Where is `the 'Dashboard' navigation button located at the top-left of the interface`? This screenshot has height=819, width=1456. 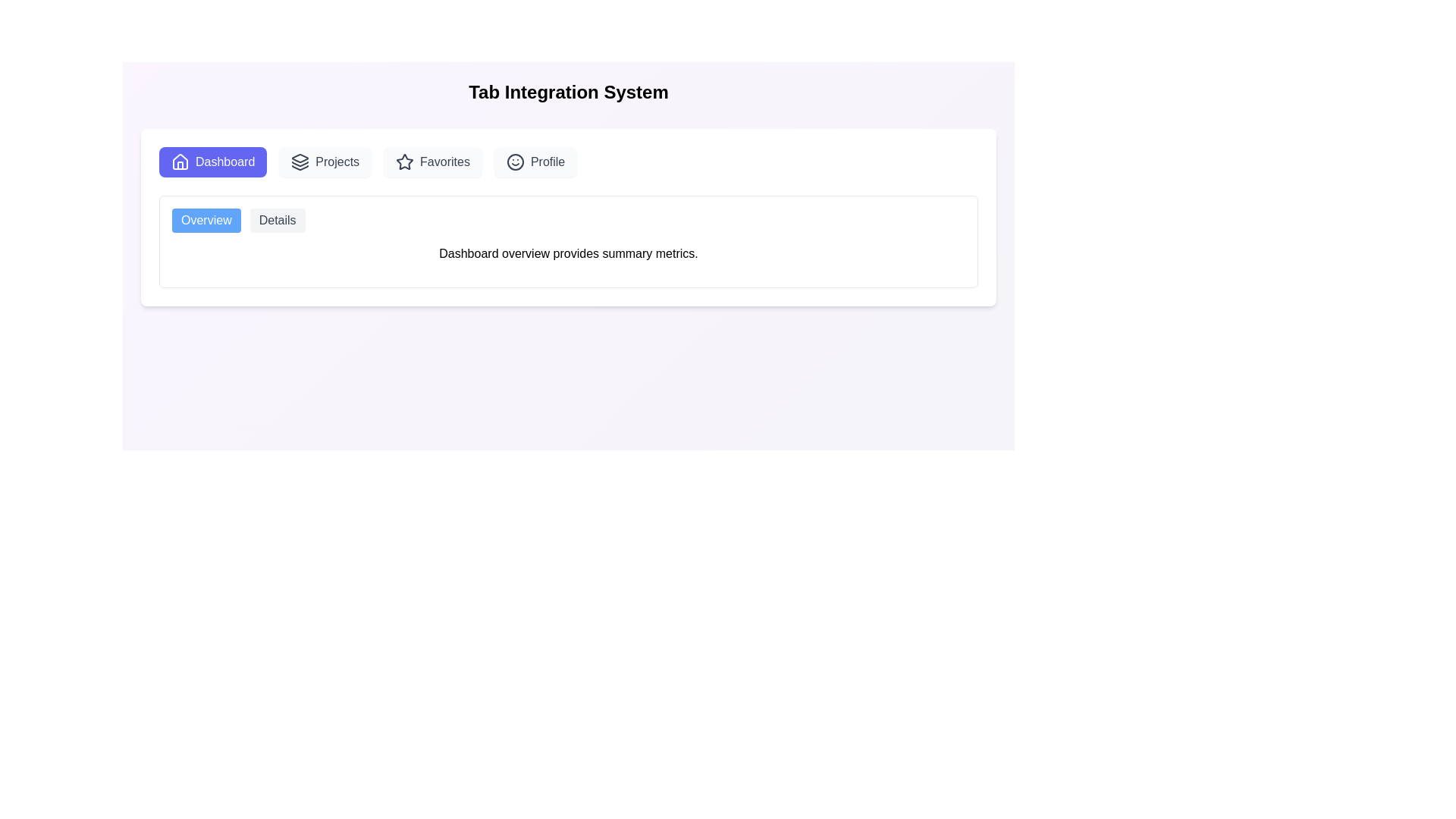 the 'Dashboard' navigation button located at the top-left of the interface is located at coordinates (212, 162).